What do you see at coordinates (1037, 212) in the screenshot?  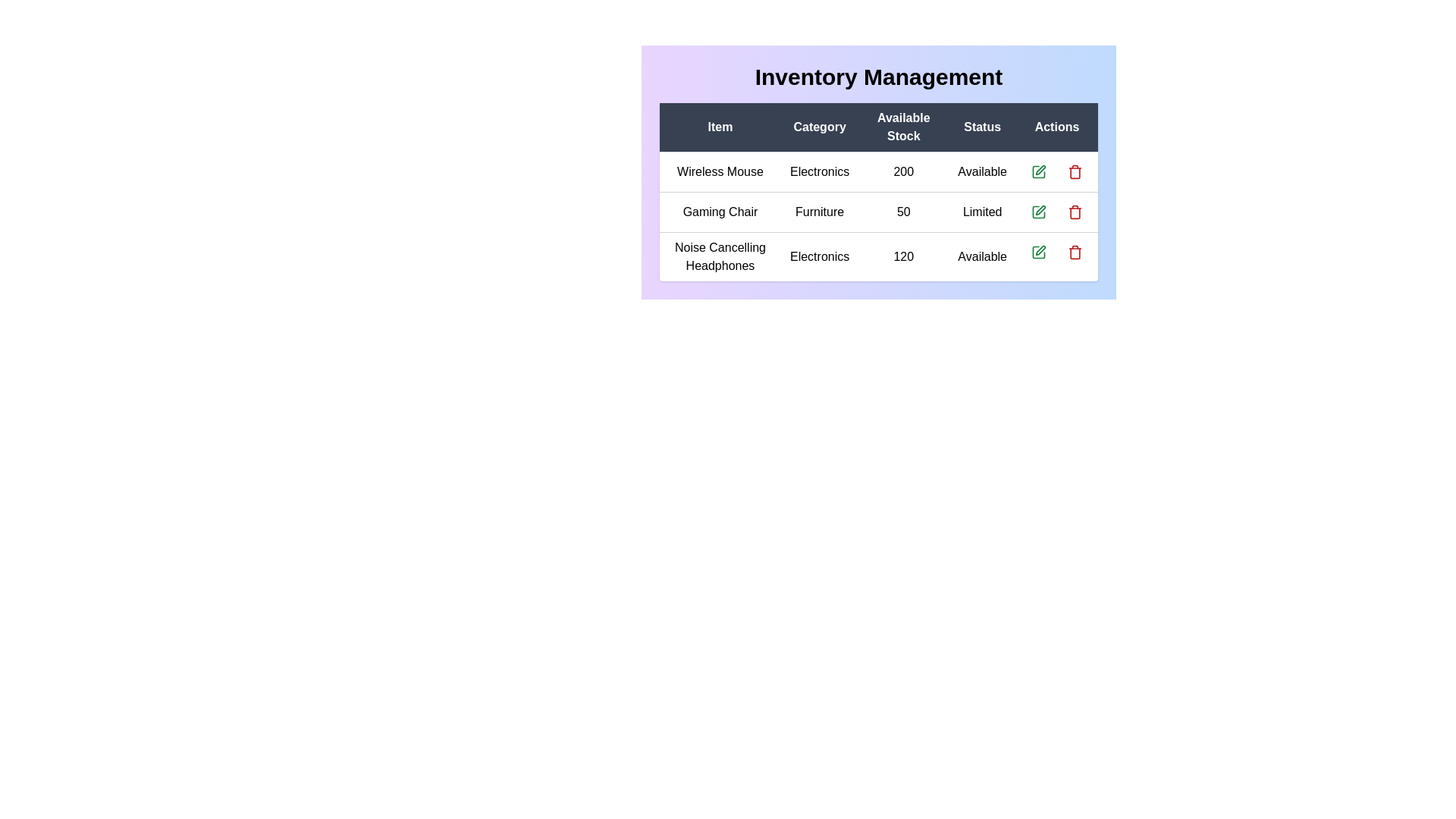 I see `the edit button for the item 'Gaming Chair'` at bounding box center [1037, 212].